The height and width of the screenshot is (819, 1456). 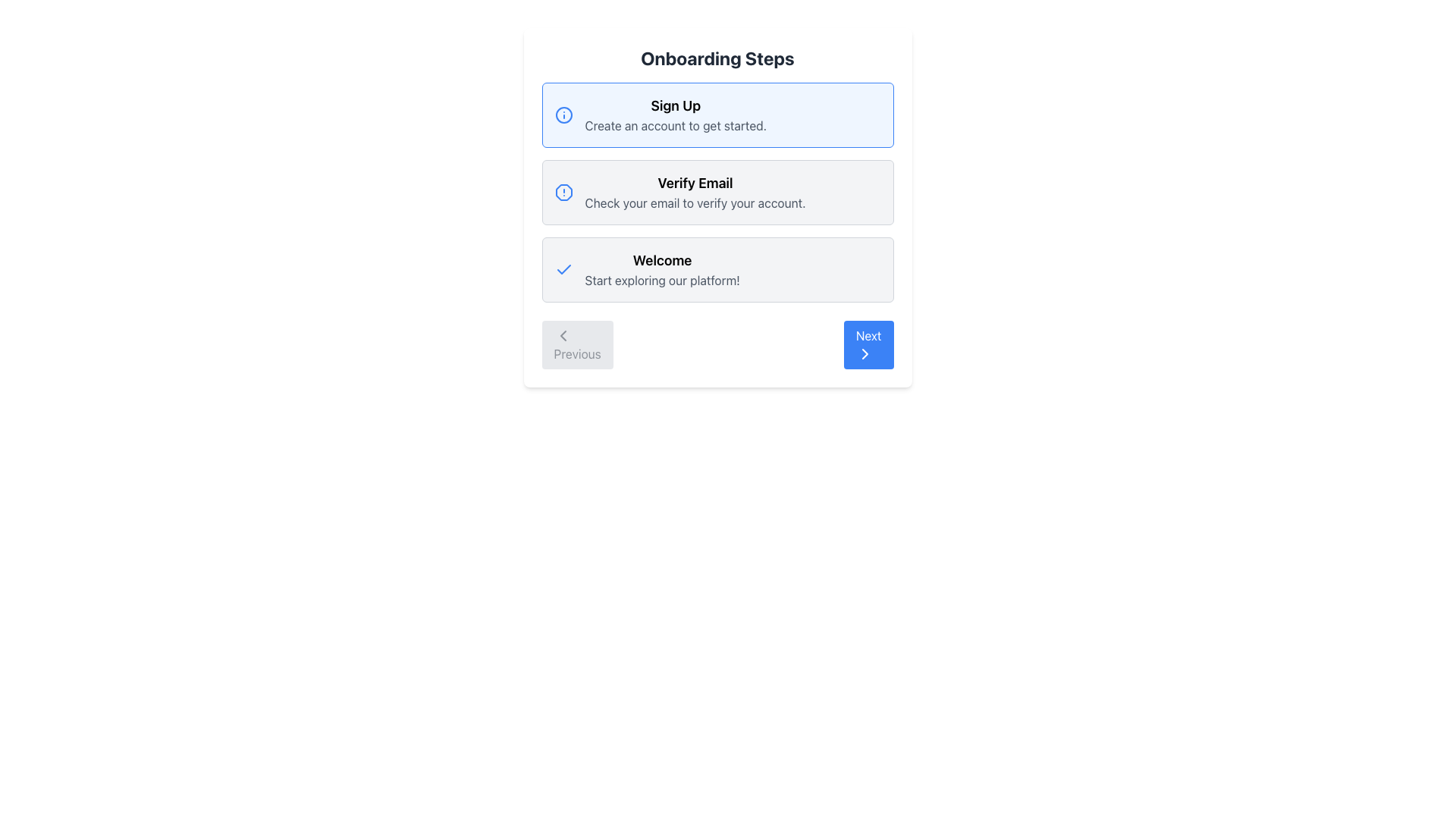 I want to click on text label that serves to title the current step, positioned above the description 'Start exploring our platform!', so click(x=662, y=259).